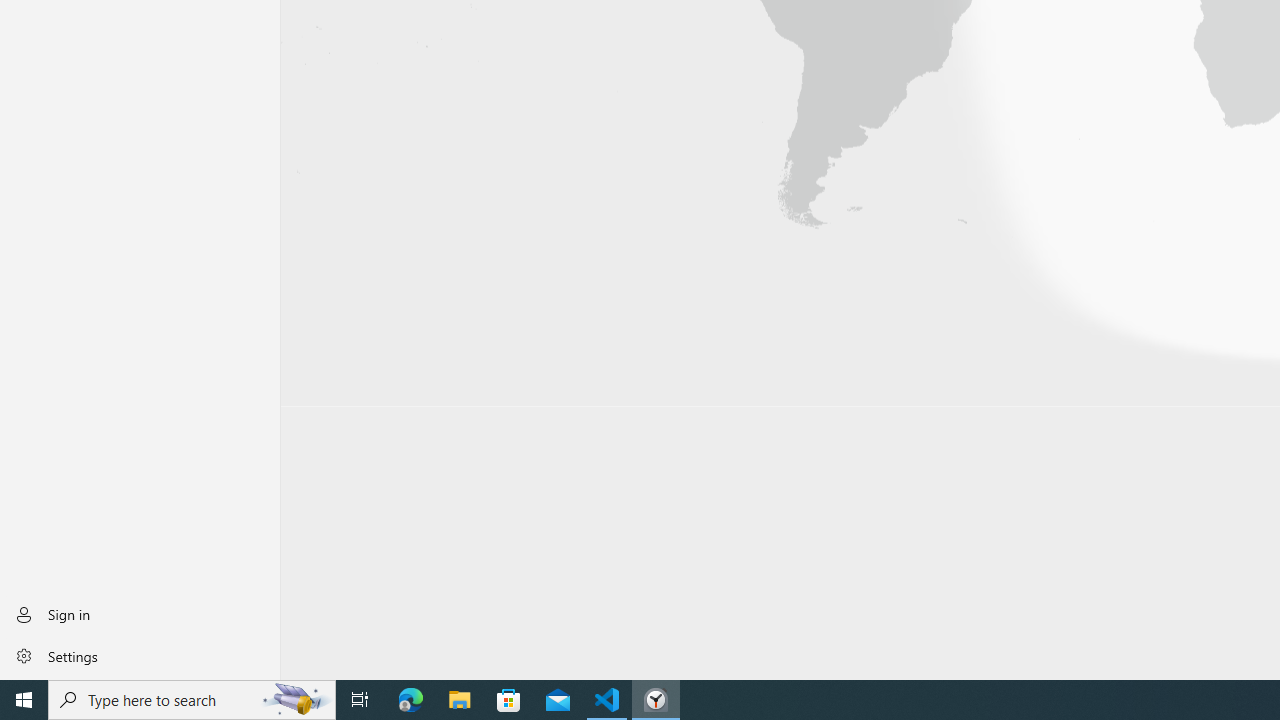 The width and height of the screenshot is (1280, 720). What do you see at coordinates (139, 613) in the screenshot?
I see `'Sign in'` at bounding box center [139, 613].